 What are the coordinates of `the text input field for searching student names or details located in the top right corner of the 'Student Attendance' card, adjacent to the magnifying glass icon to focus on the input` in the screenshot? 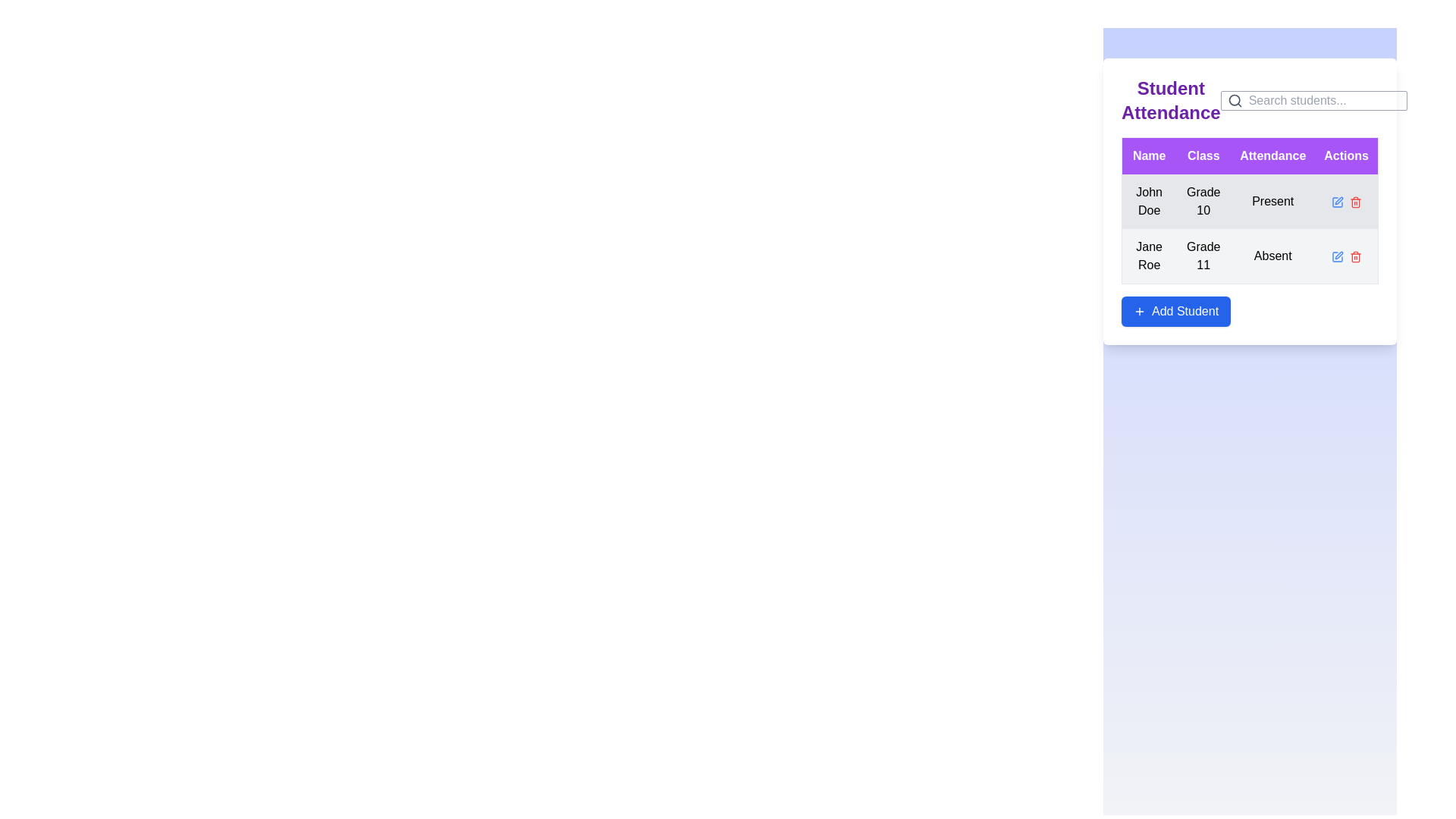 It's located at (1323, 100).